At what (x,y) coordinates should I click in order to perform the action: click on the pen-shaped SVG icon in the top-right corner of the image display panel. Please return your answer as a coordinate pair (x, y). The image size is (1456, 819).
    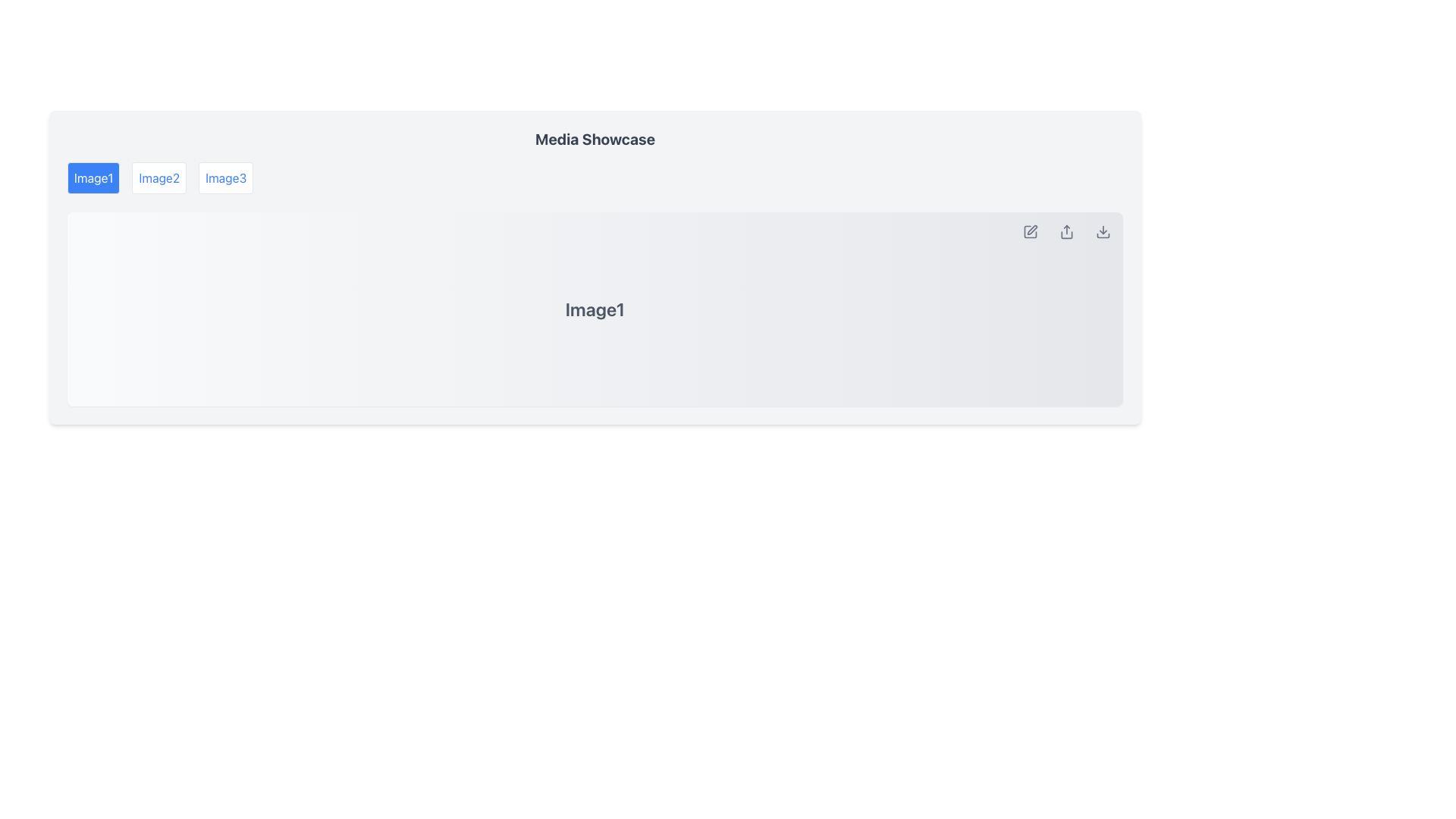
    Looking at the image, I should click on (1031, 230).